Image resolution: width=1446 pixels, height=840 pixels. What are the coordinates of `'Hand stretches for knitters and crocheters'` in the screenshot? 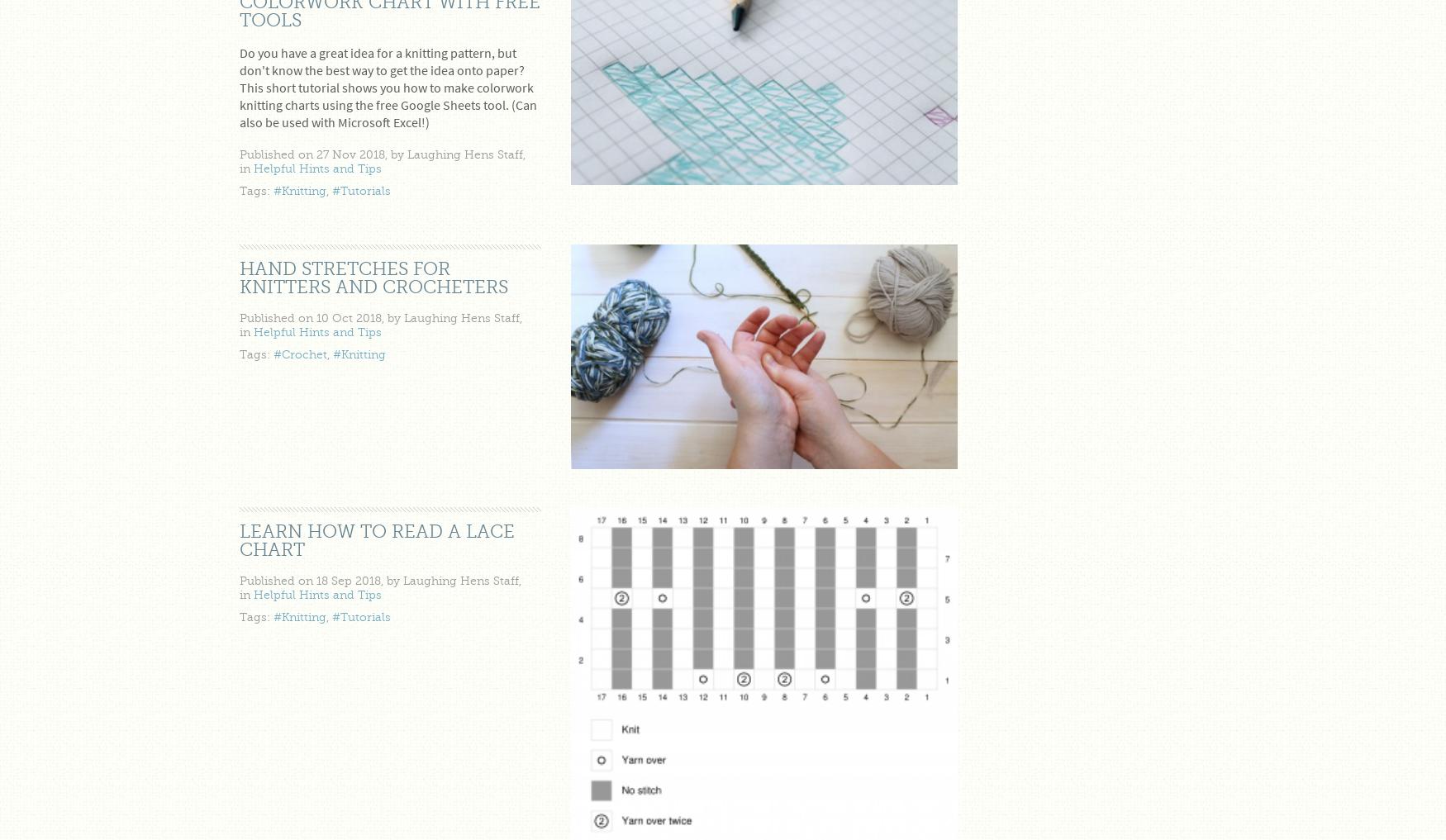 It's located at (373, 277).